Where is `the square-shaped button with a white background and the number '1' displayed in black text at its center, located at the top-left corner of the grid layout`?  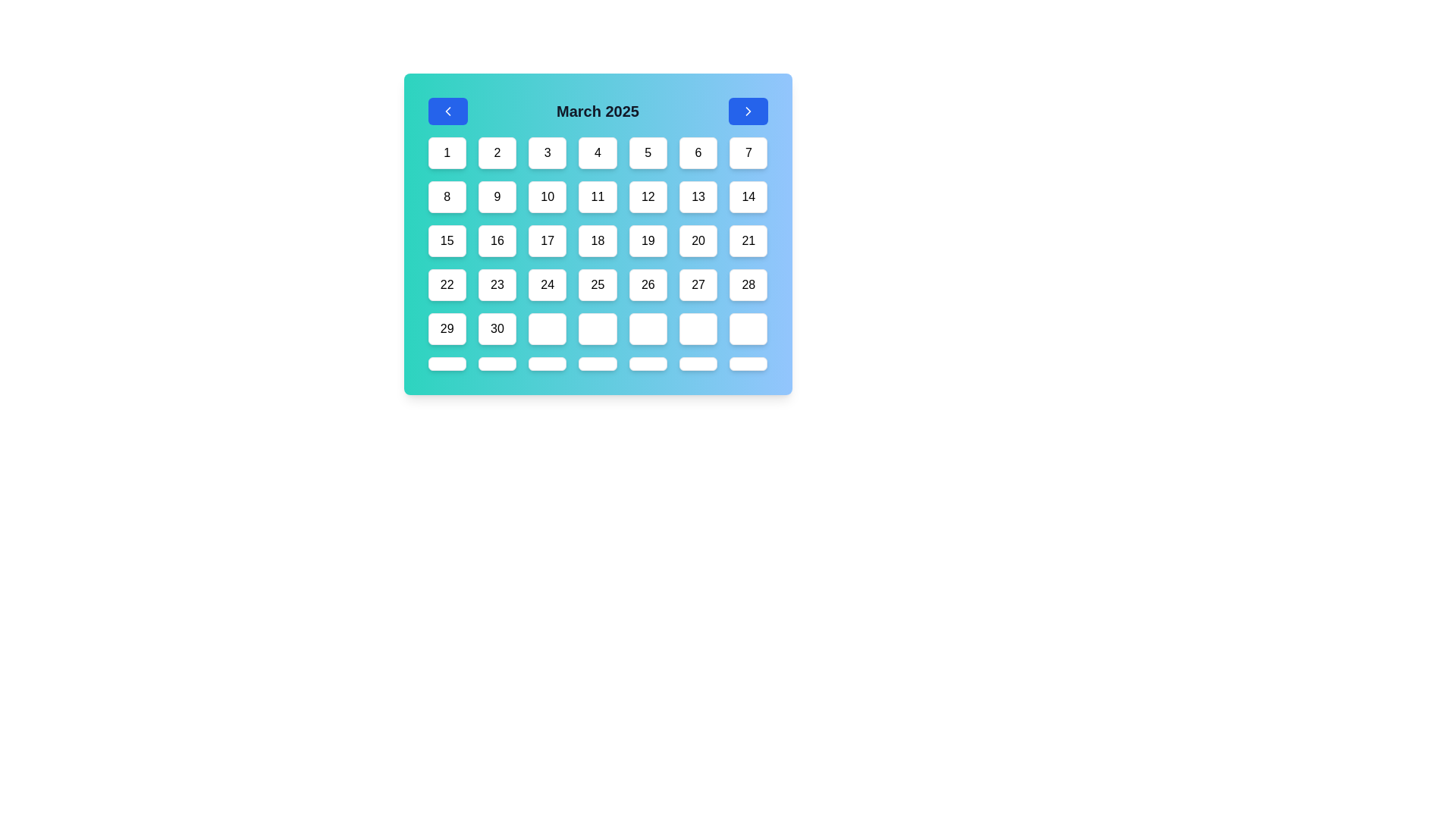 the square-shaped button with a white background and the number '1' displayed in black text at its center, located at the top-left corner of the grid layout is located at coordinates (446, 152).